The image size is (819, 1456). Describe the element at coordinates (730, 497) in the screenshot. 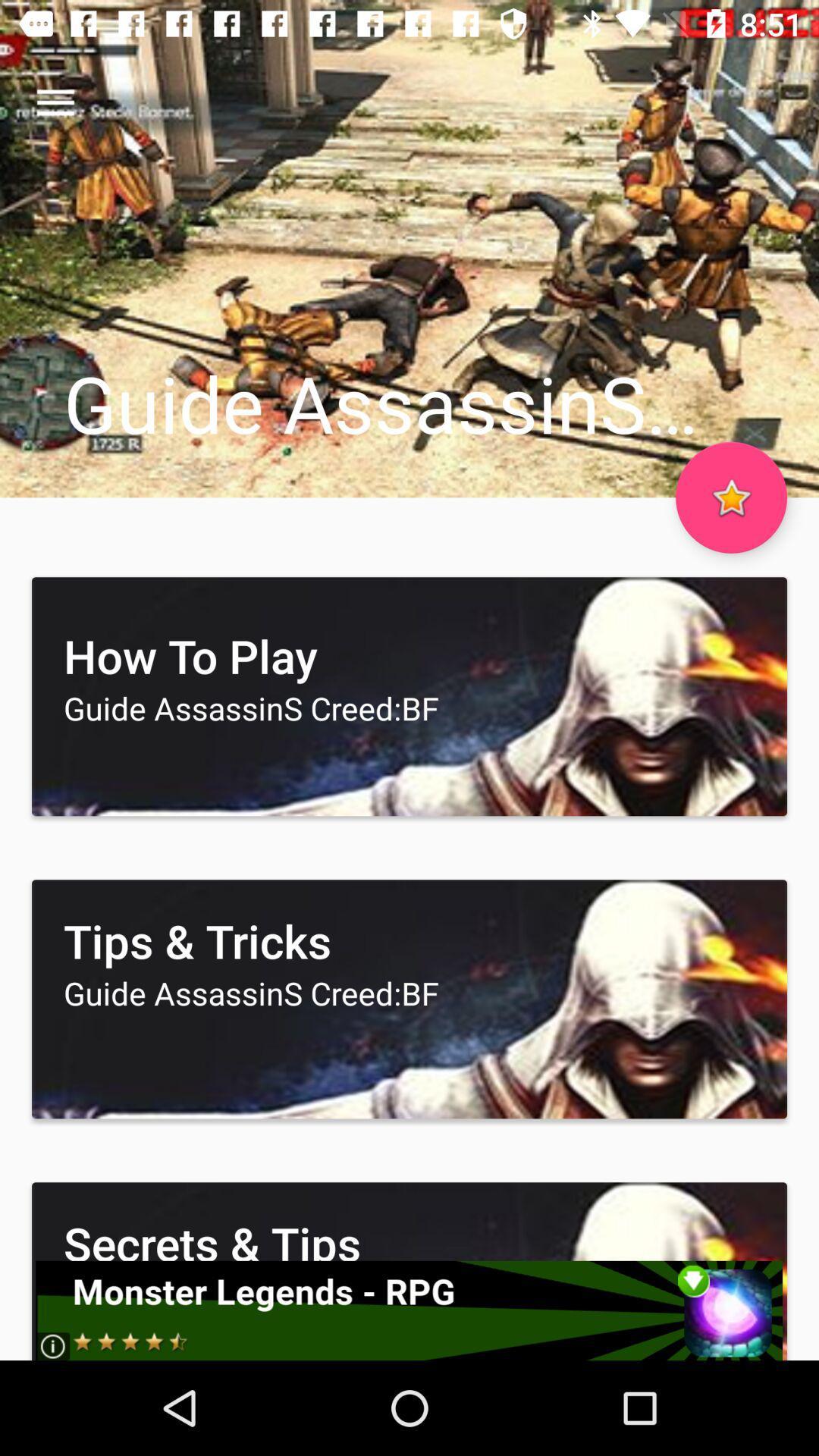

I see `the star icon` at that location.